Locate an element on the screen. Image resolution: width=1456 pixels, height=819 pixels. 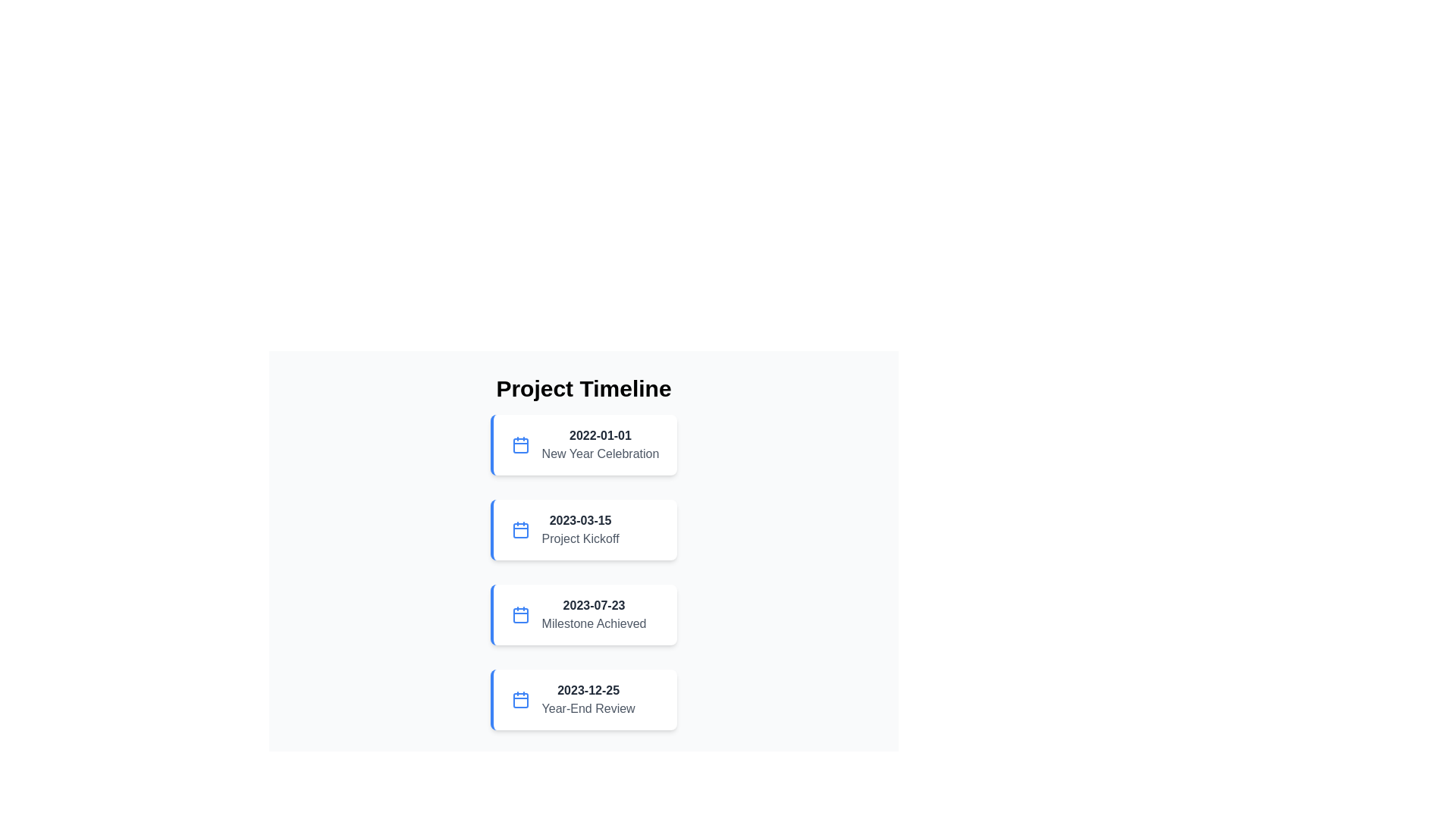
the text label displaying 'Milestone Achieved' which is located below the date '2023-07-23' in the third card of the vertical timeline is located at coordinates (593, 623).